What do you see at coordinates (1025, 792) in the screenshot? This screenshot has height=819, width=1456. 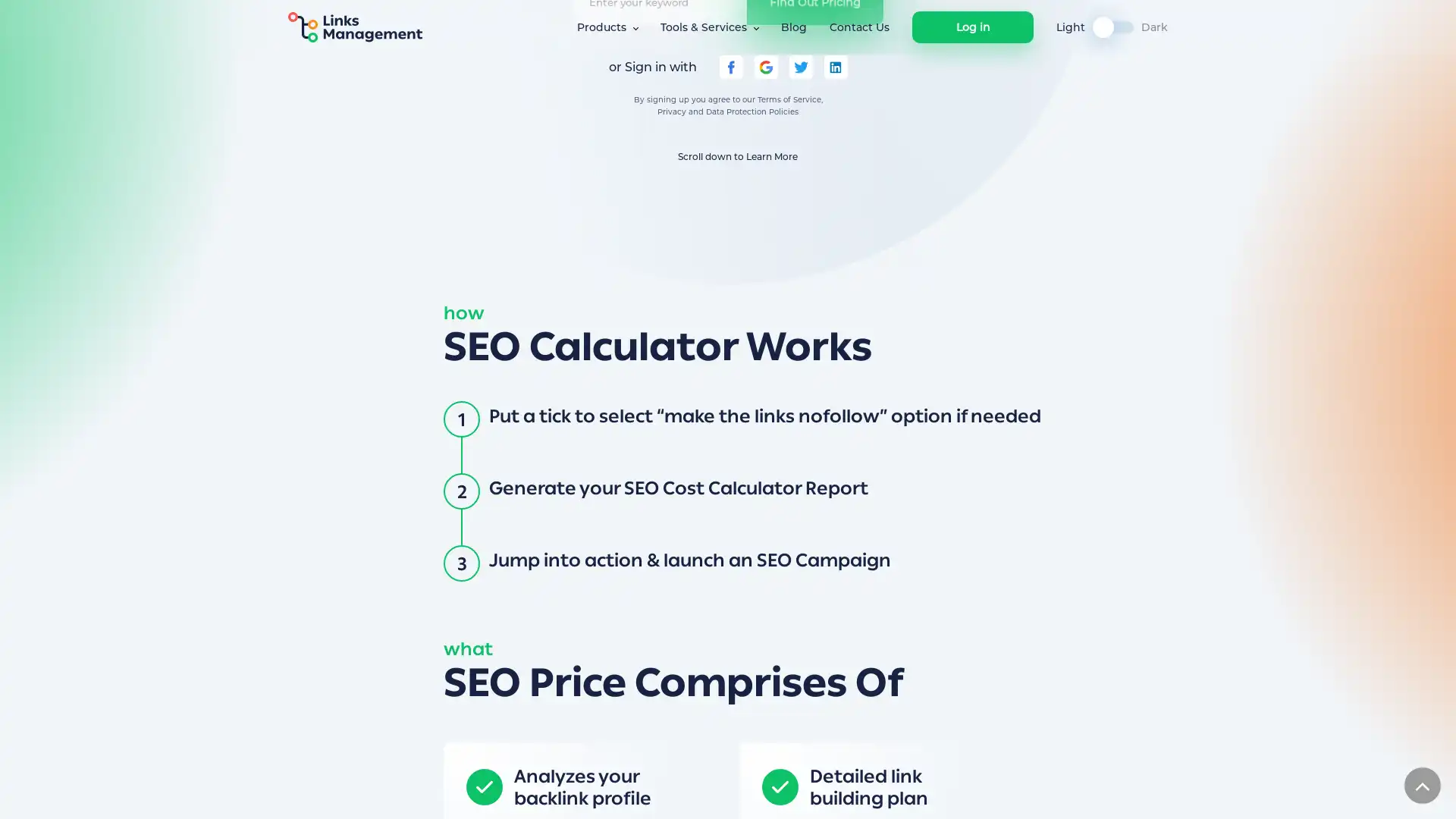 I see `Got It!` at bounding box center [1025, 792].